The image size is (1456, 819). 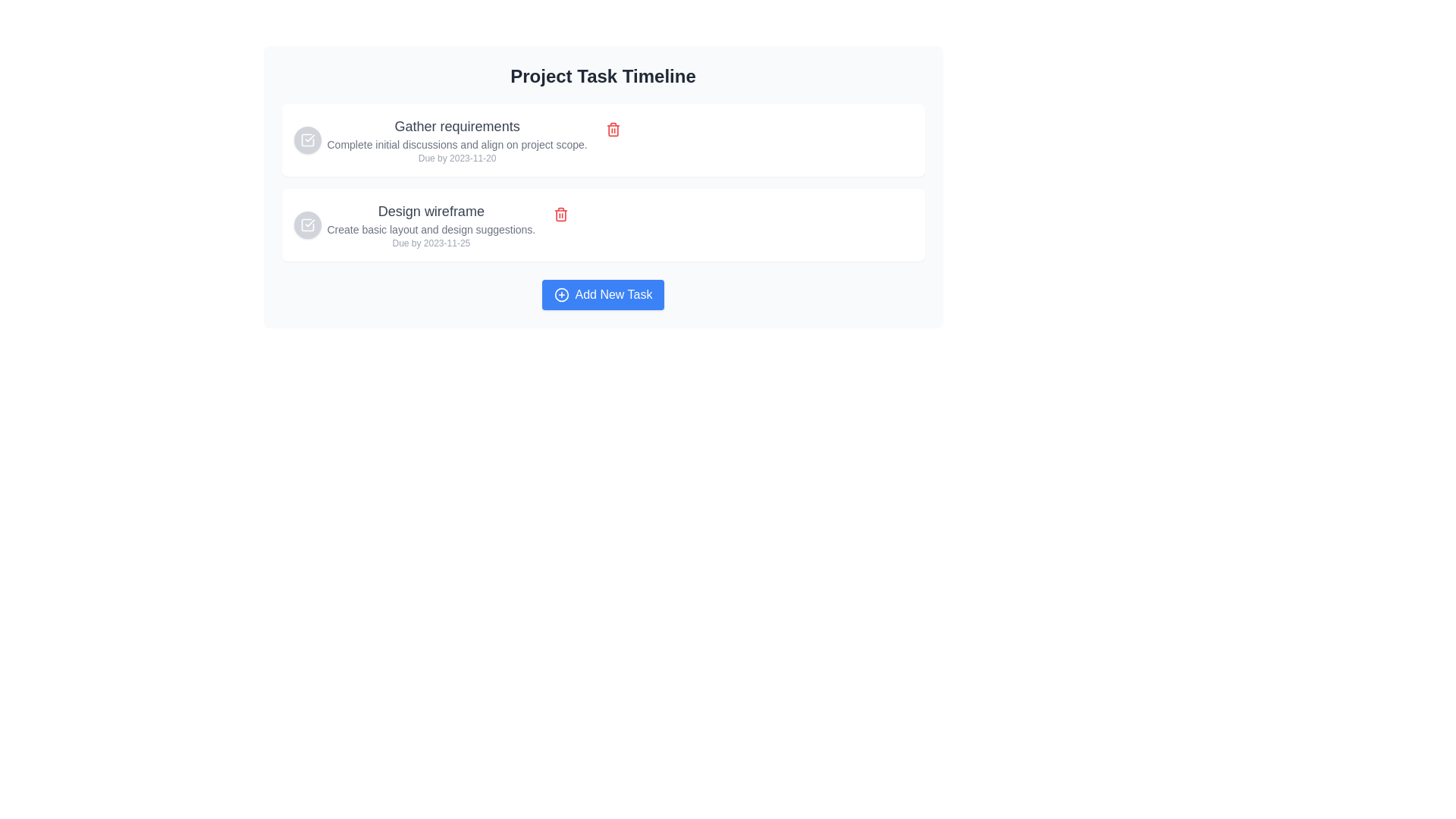 What do you see at coordinates (560, 214) in the screenshot?
I see `the delete button located in the upper right corner of the task card titled 'Design wireframe'` at bounding box center [560, 214].